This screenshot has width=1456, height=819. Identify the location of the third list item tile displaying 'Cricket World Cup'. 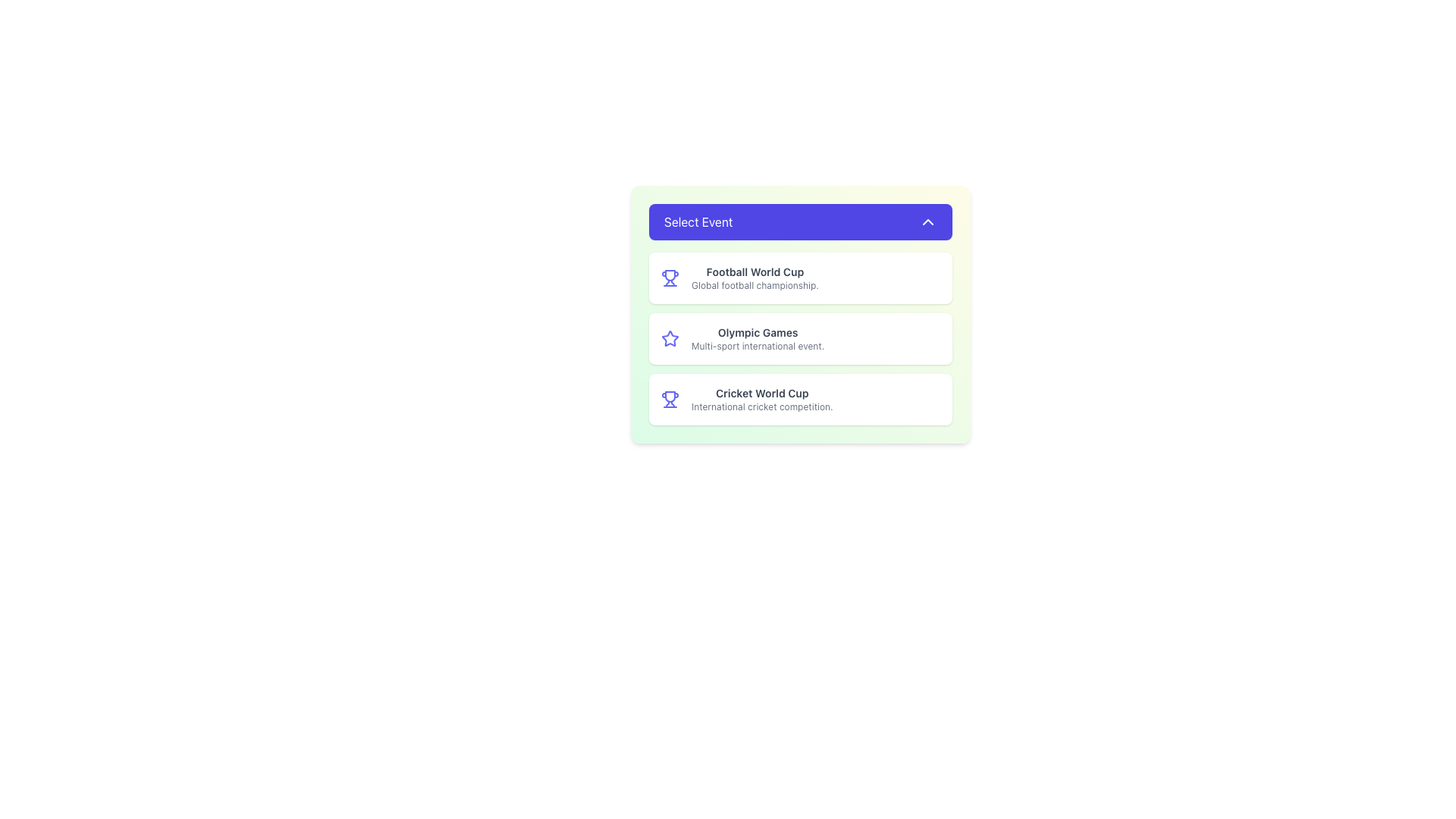
(800, 399).